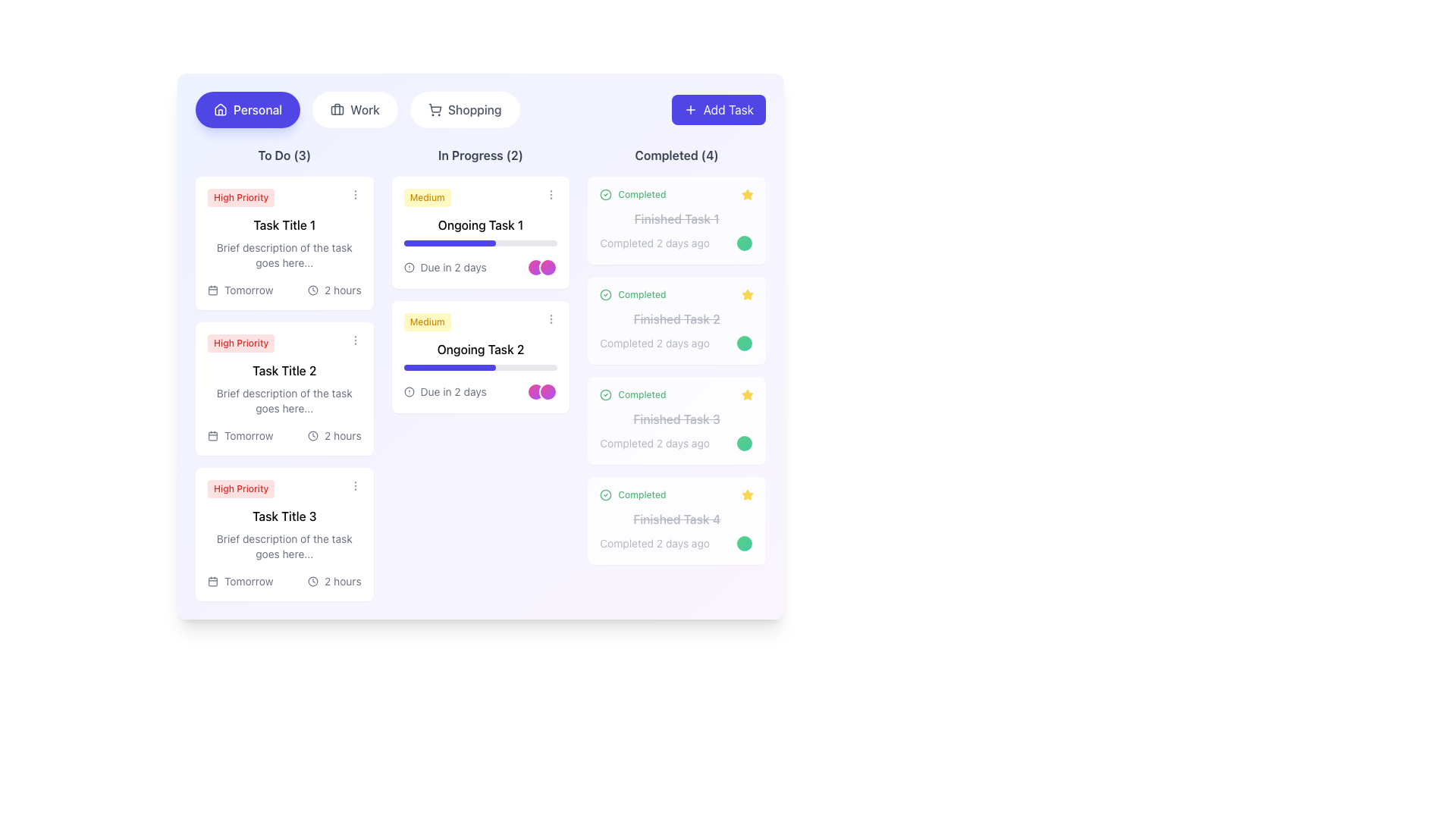 This screenshot has width=1456, height=819. Describe the element at coordinates (284, 534) in the screenshot. I see `the third high-priority task card in the 'To Do' section to associate it with a category` at that location.